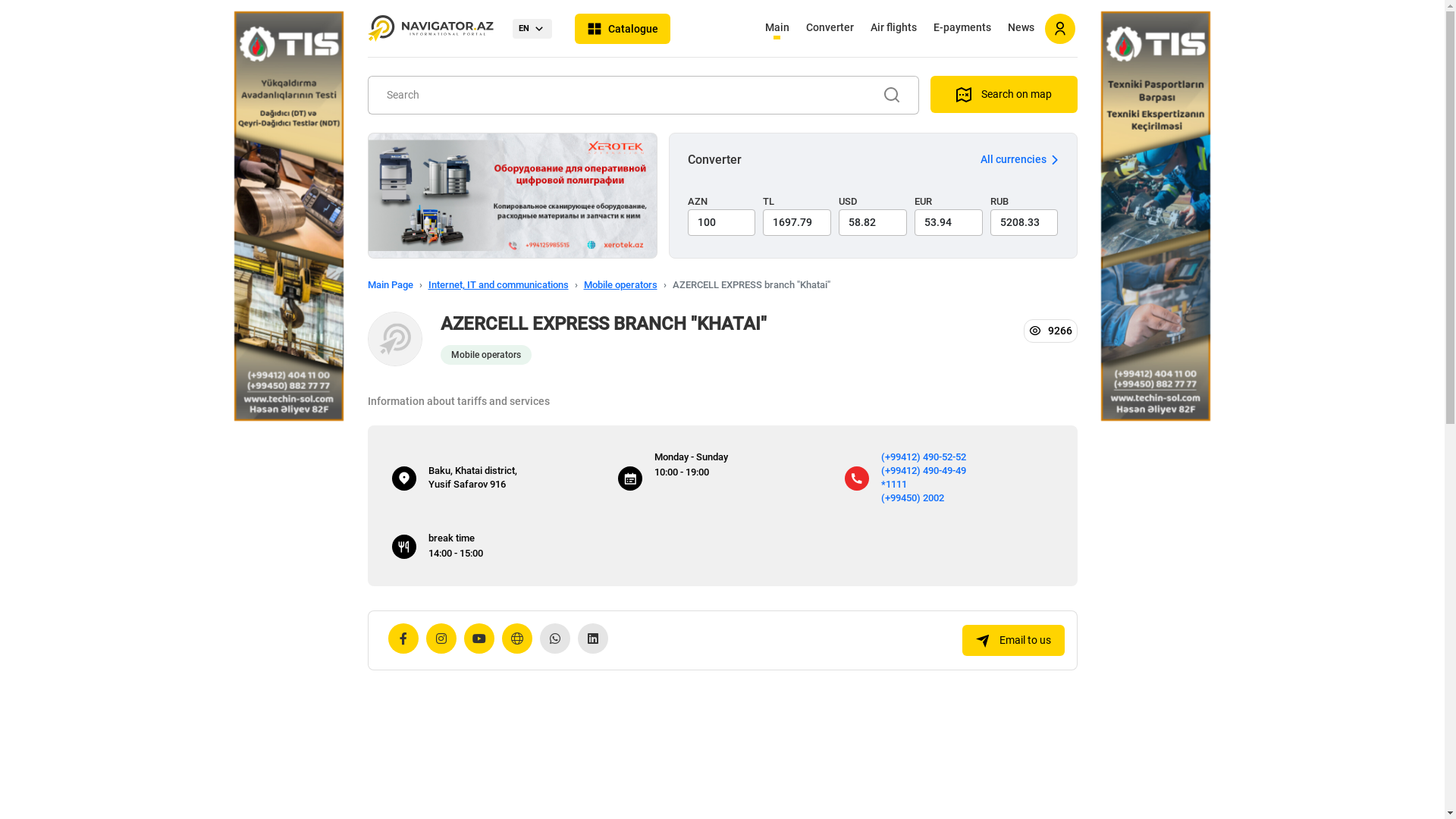 This screenshot has height=819, width=1456. Describe the element at coordinates (893, 29) in the screenshot. I see `'Air flights'` at that location.